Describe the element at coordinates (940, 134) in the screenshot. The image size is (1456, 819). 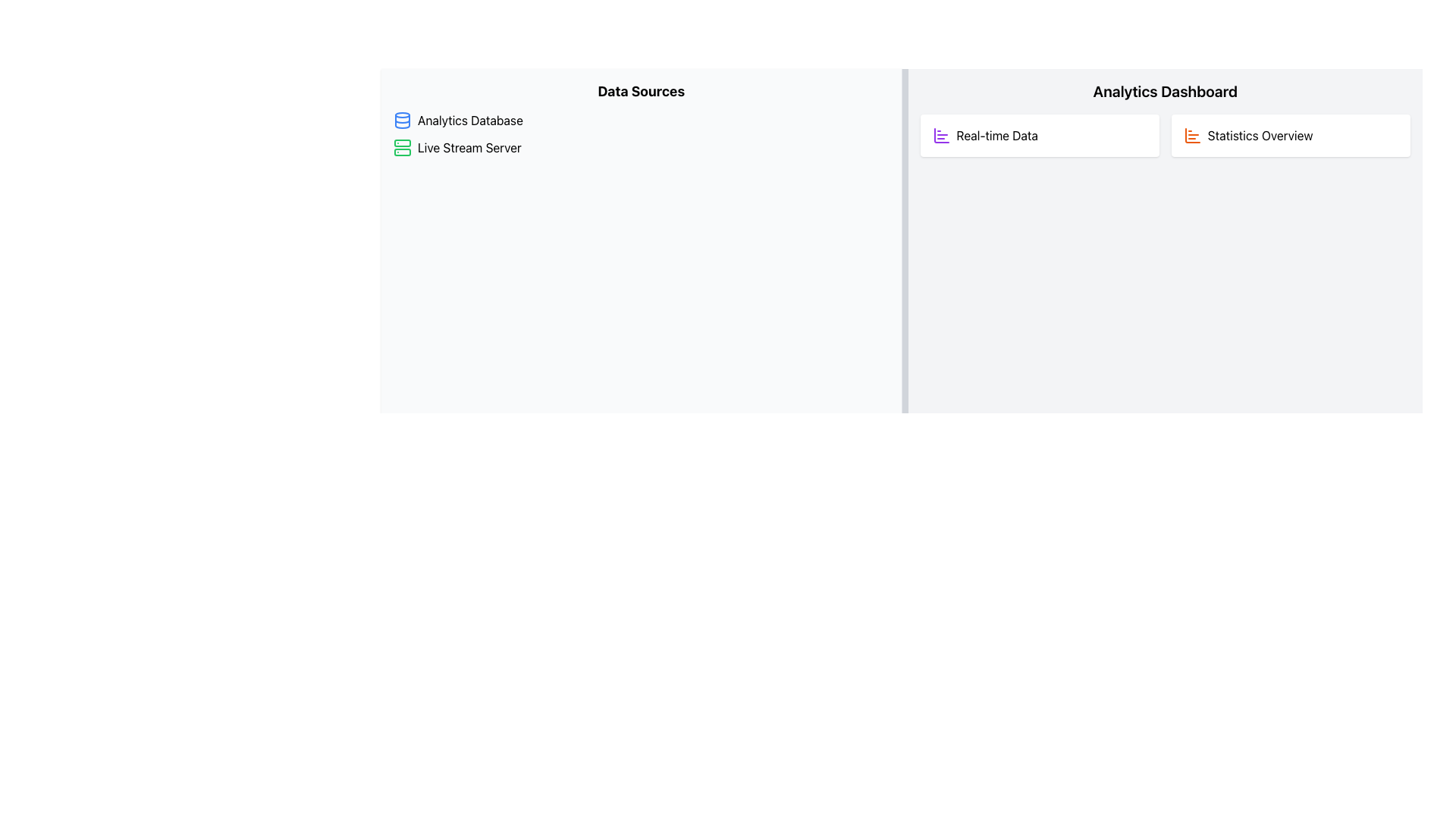
I see `the main vertical bar of the 'bar chart' icon within the 'Real-time Data' button located in the upper section of the 'Analytics Dashboard' column` at that location.